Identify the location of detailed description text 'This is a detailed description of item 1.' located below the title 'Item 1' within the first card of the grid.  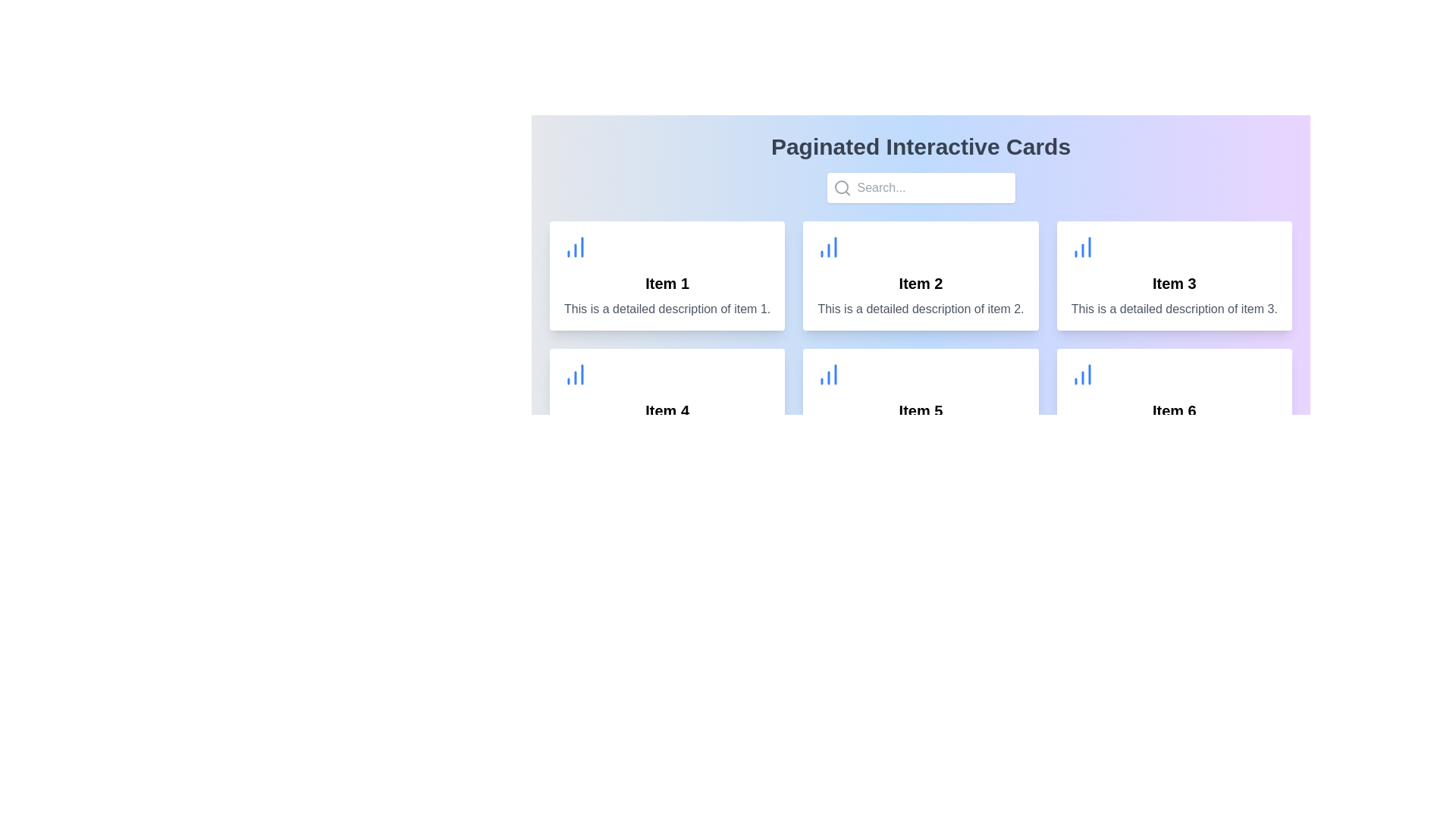
(667, 309).